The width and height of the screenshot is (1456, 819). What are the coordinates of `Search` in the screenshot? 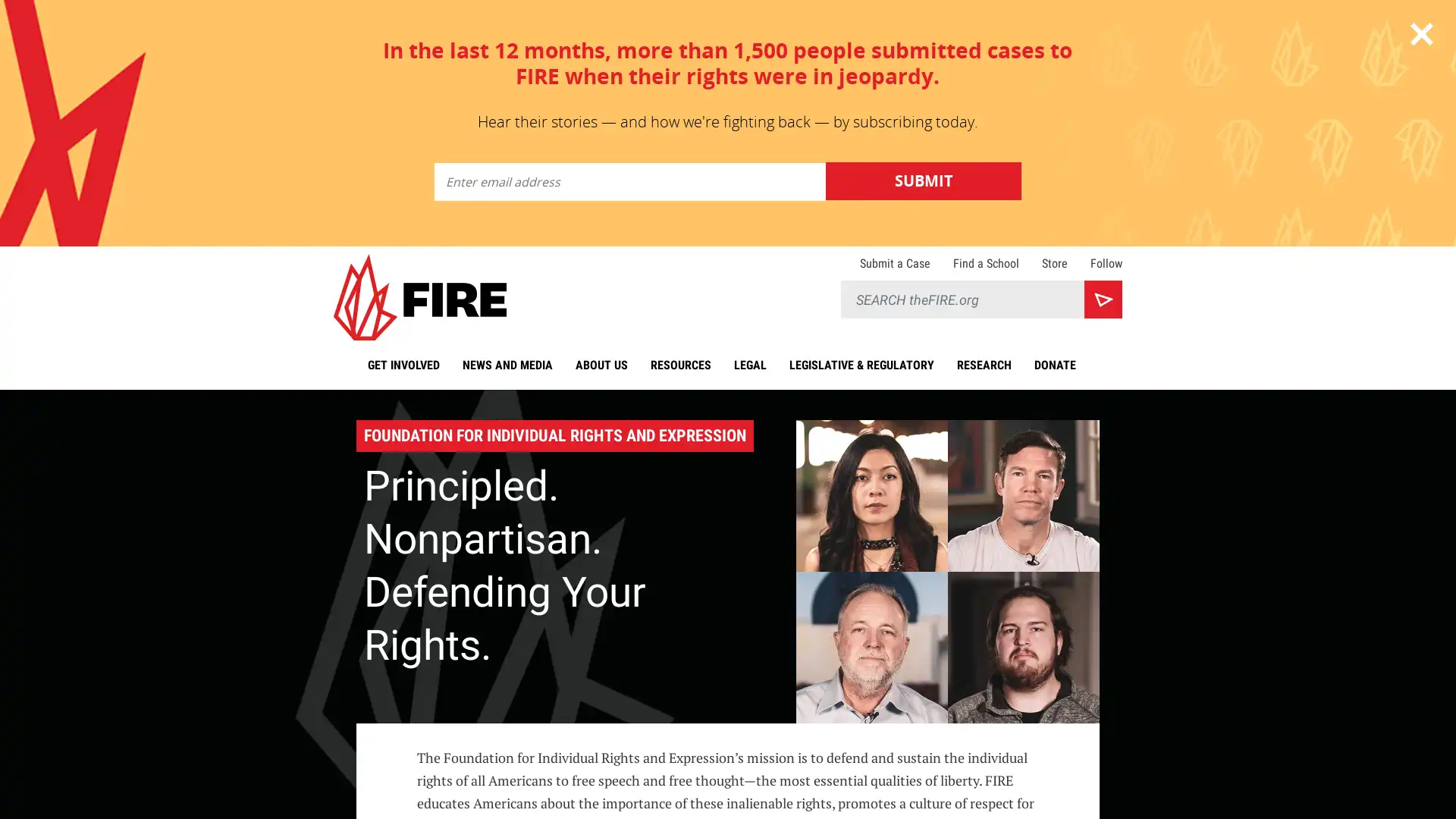 It's located at (1103, 299).